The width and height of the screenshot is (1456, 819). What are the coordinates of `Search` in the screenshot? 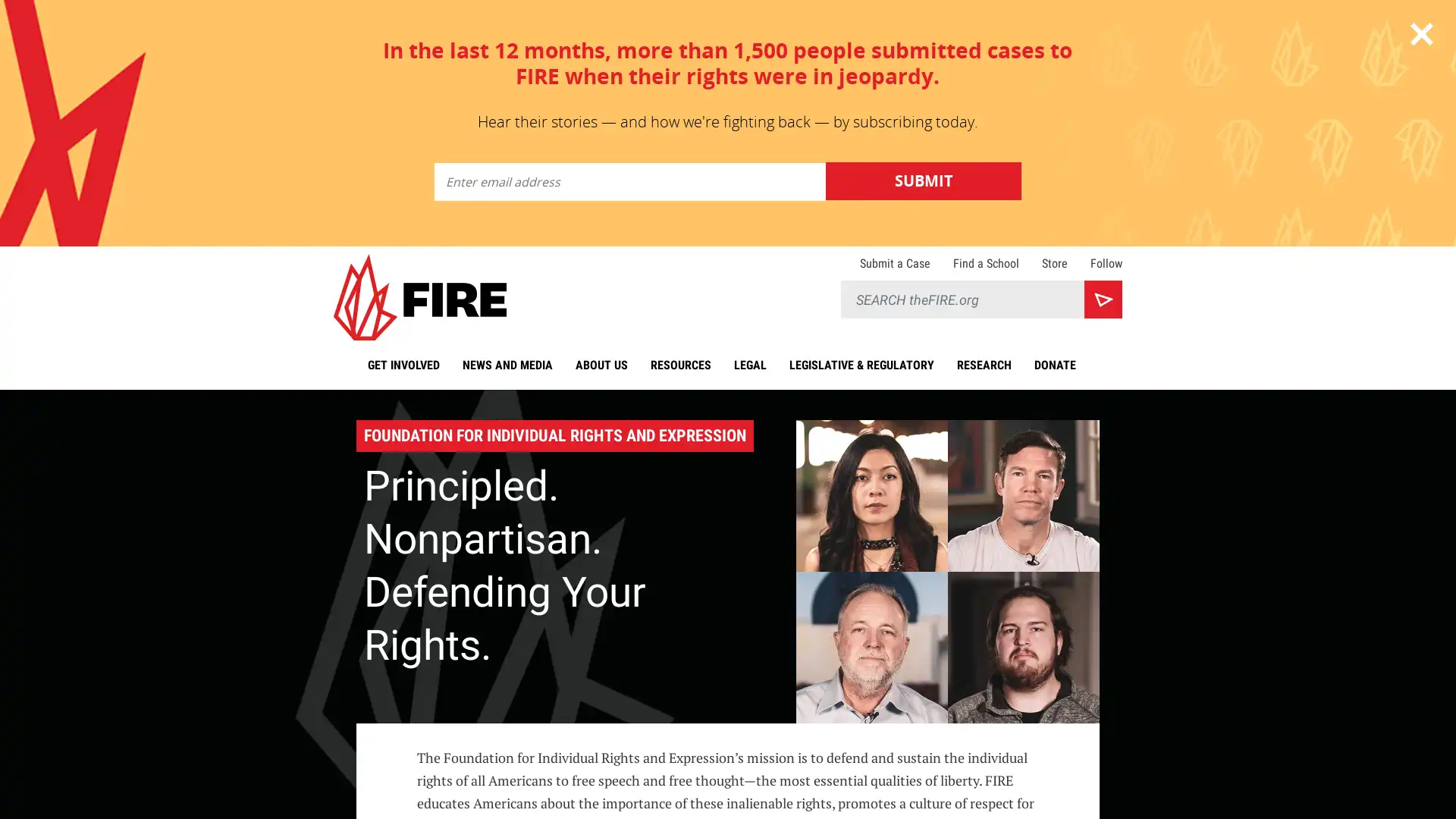 It's located at (1103, 299).